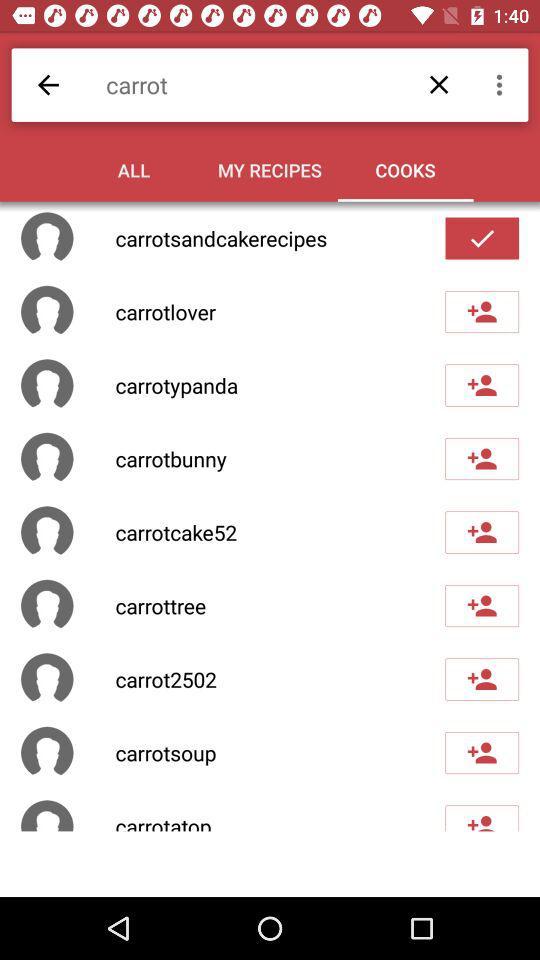 The width and height of the screenshot is (540, 960). I want to click on friend, so click(481, 384).